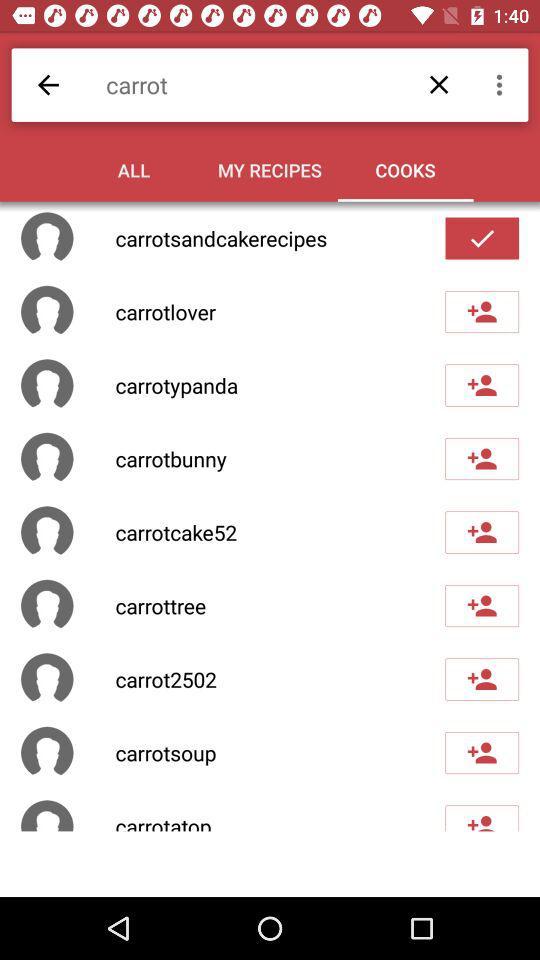 The width and height of the screenshot is (540, 960). I want to click on friend, so click(481, 384).